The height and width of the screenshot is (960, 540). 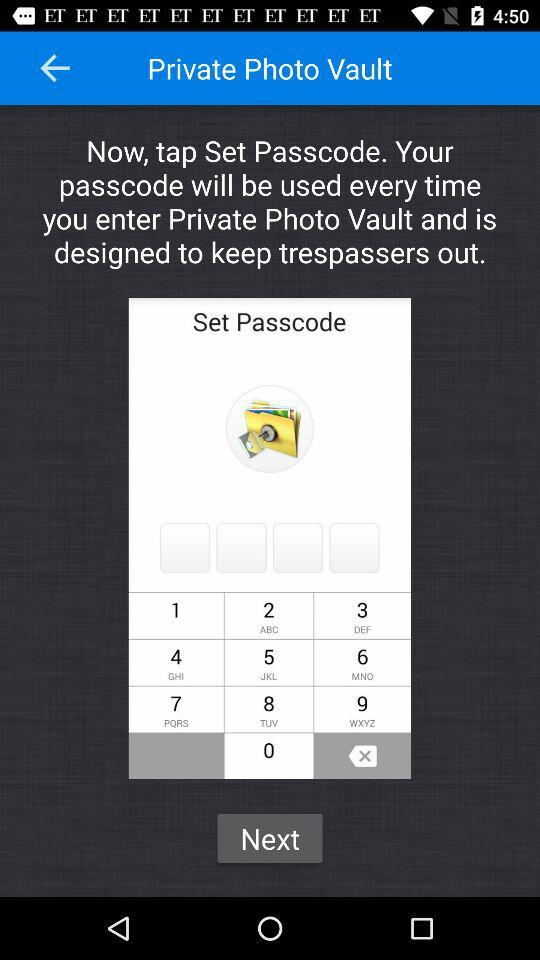 I want to click on the next icon, so click(x=270, y=838).